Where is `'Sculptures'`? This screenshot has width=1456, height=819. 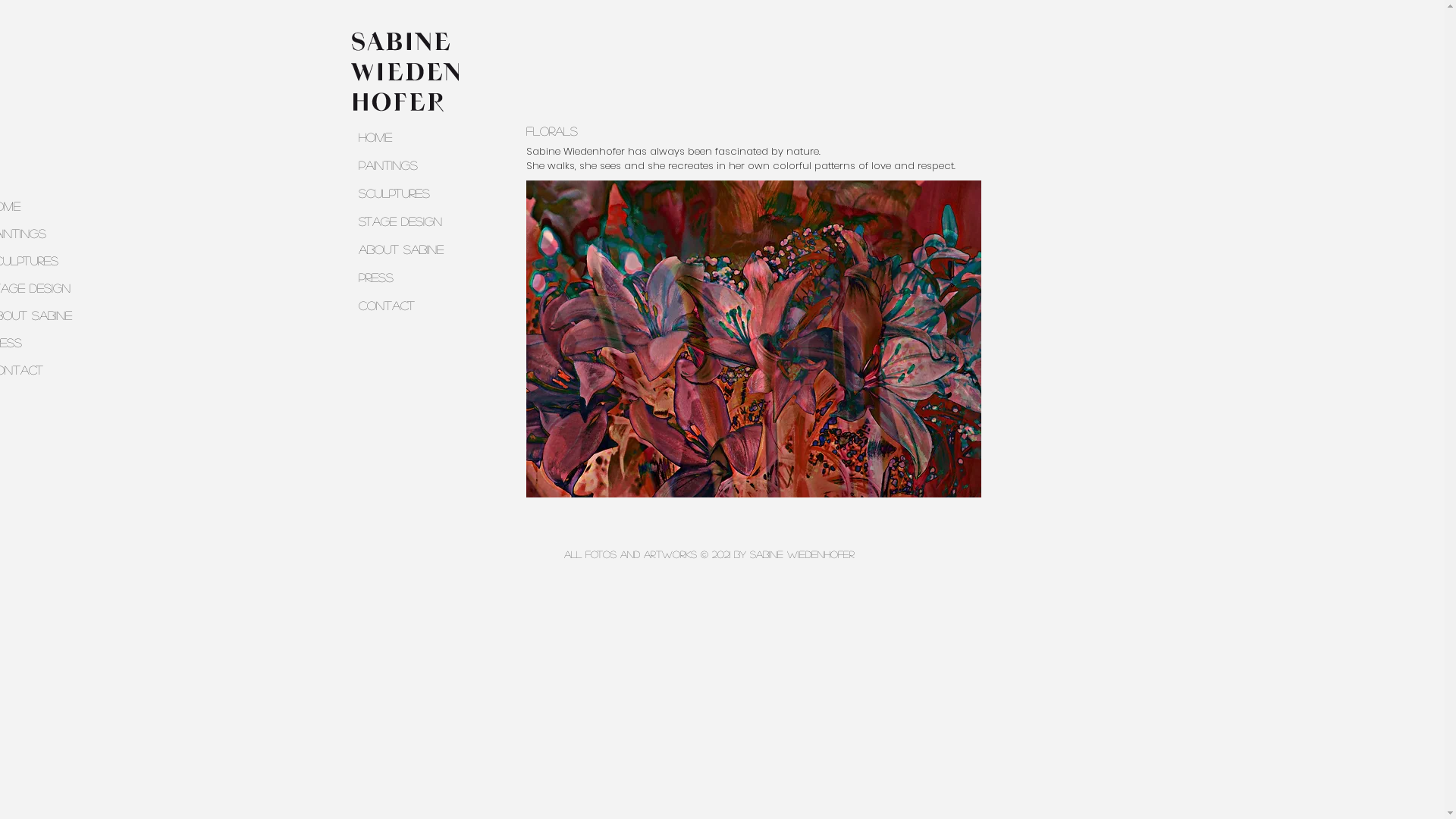
'Sculptures' is located at coordinates (416, 192).